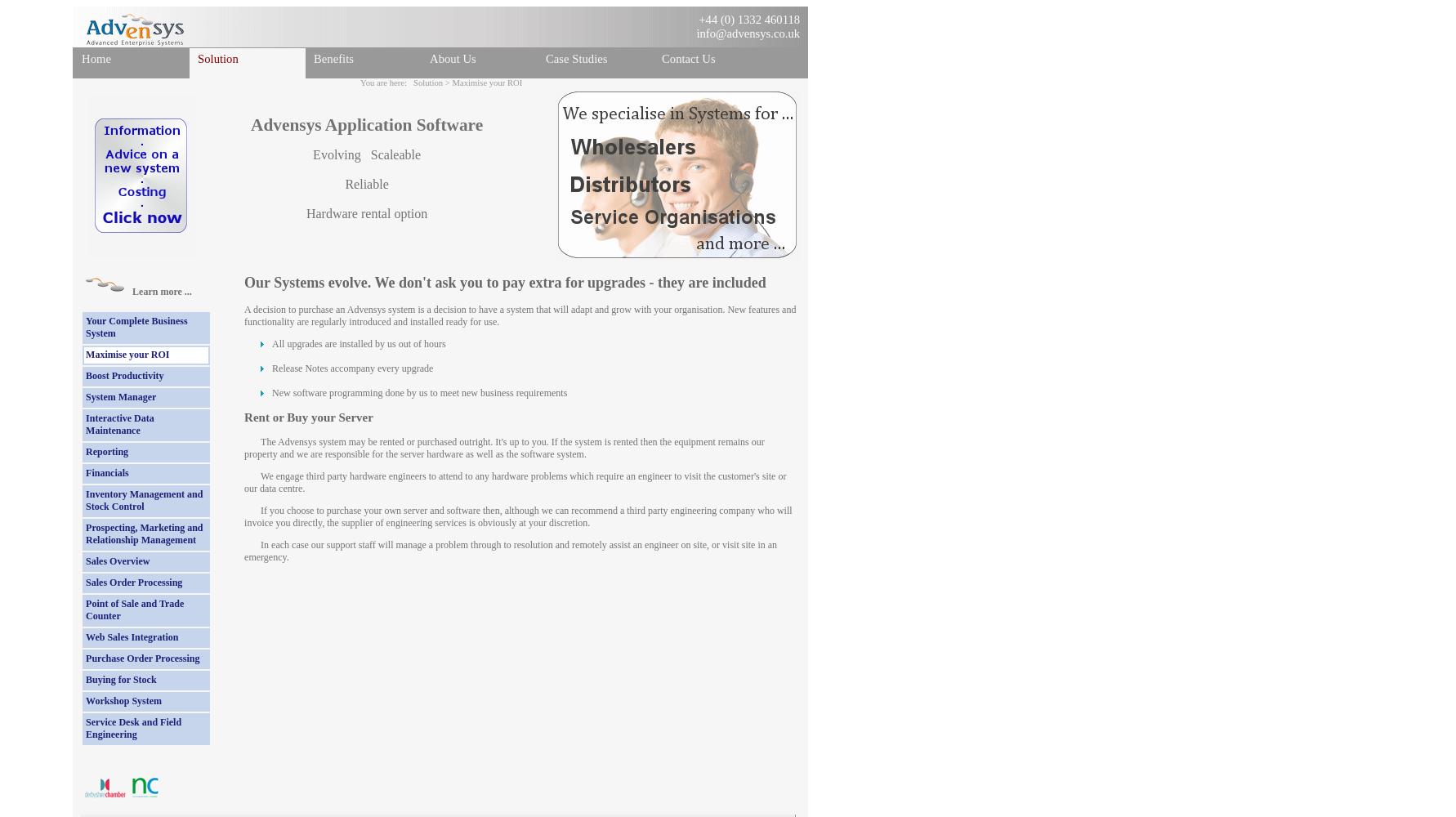  Describe the element at coordinates (517, 516) in the screenshot. I see `'If you choose to purchase your own server and software then, although we can recommend 
      a third party engineering company who will invoice you directly, the supplier of engineering
      services is obviously at your discretion.'` at that location.